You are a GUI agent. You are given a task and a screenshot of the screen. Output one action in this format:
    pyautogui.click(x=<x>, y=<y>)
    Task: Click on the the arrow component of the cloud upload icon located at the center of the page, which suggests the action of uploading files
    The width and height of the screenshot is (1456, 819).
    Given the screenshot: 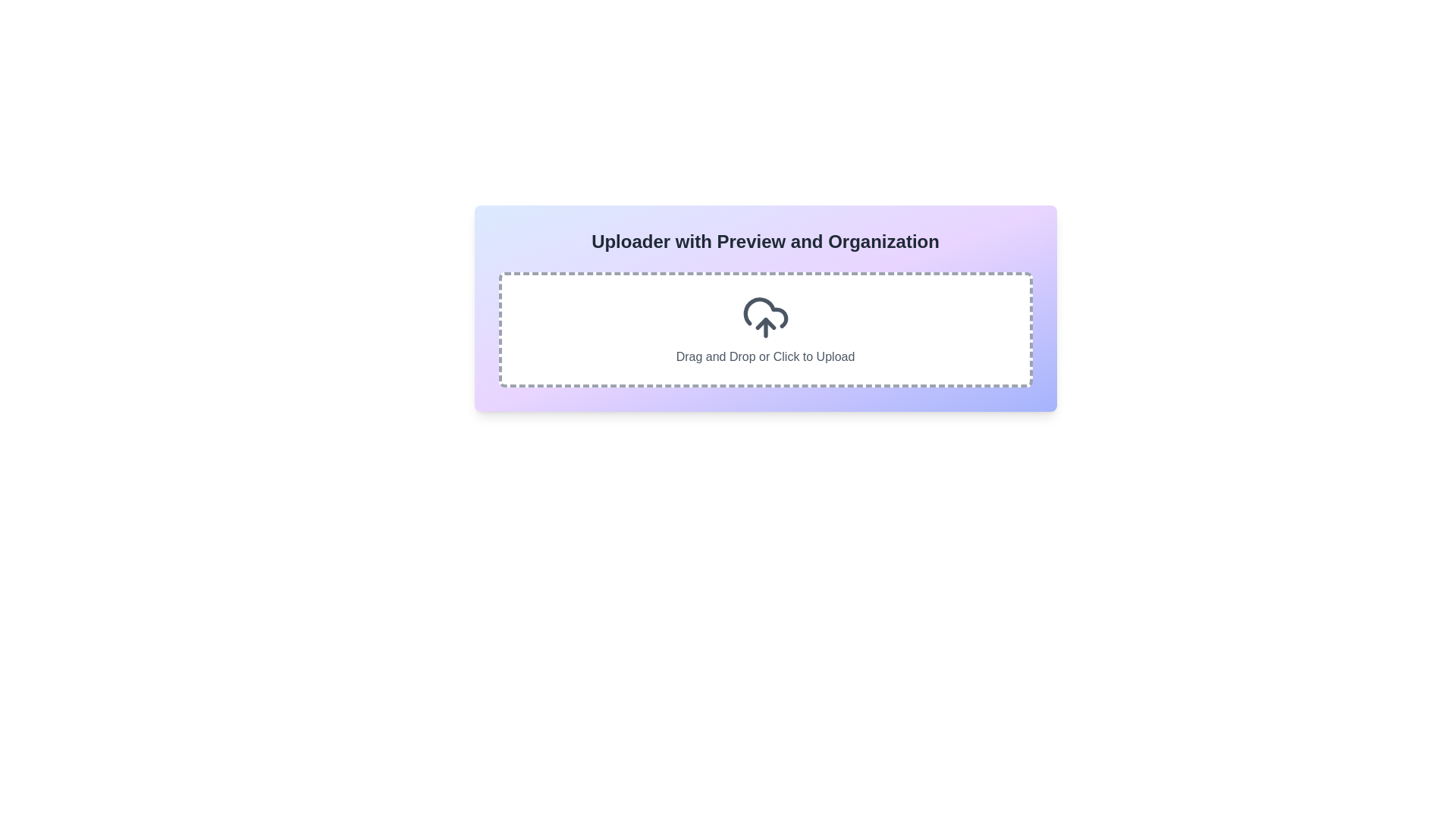 What is the action you would take?
    pyautogui.click(x=765, y=323)
    